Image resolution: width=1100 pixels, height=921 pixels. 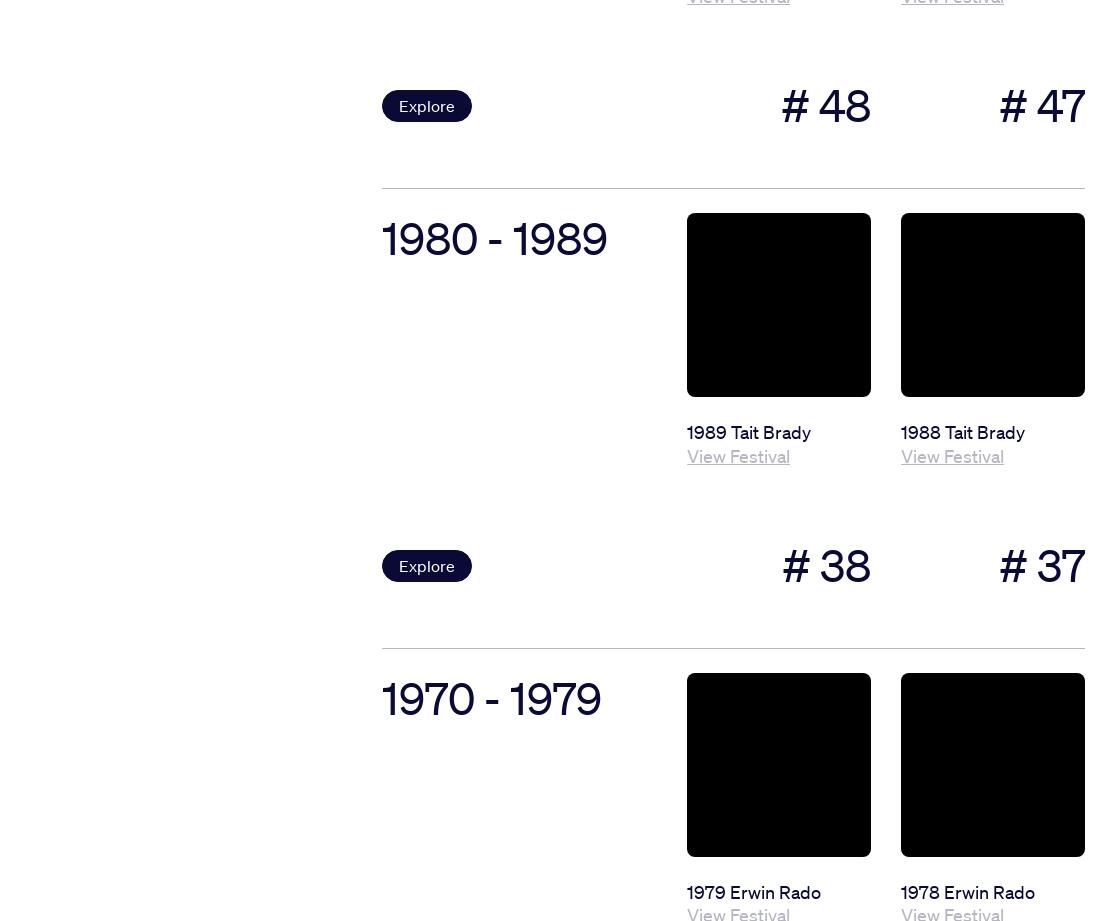 I want to click on '# 47', so click(x=1041, y=105).